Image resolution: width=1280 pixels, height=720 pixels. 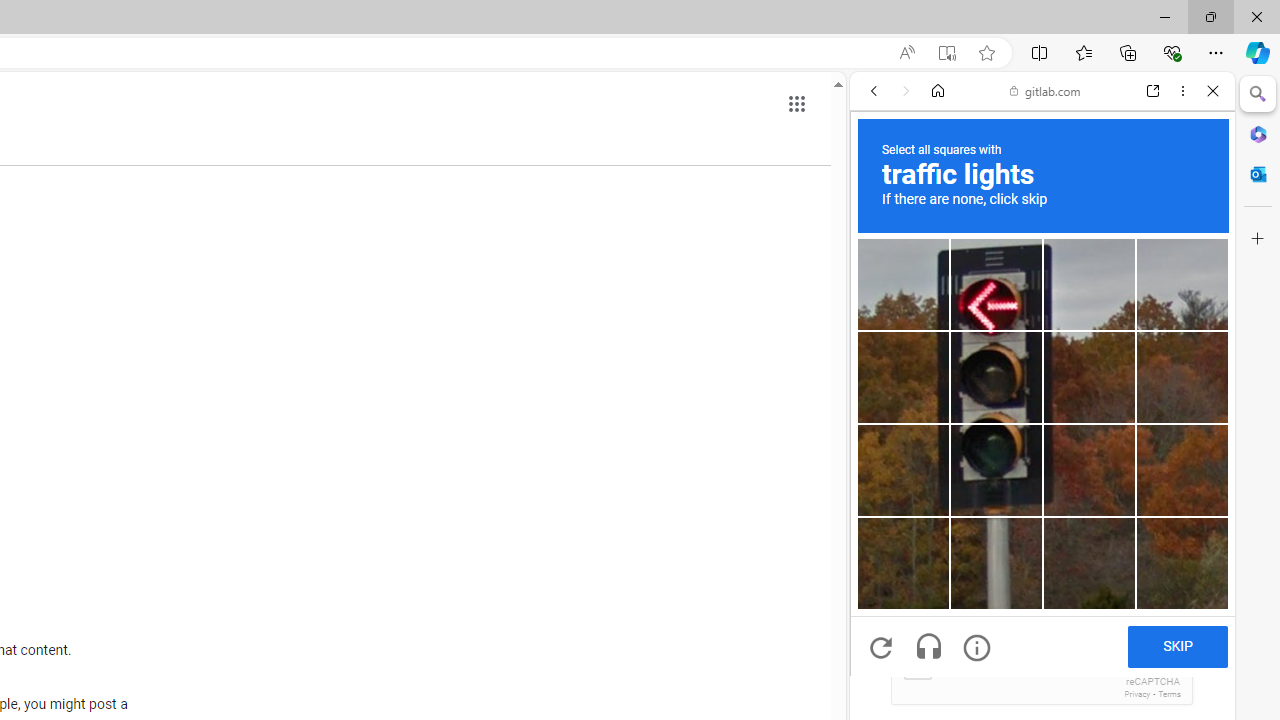 I want to click on 'Terms', so click(x=1169, y=693).